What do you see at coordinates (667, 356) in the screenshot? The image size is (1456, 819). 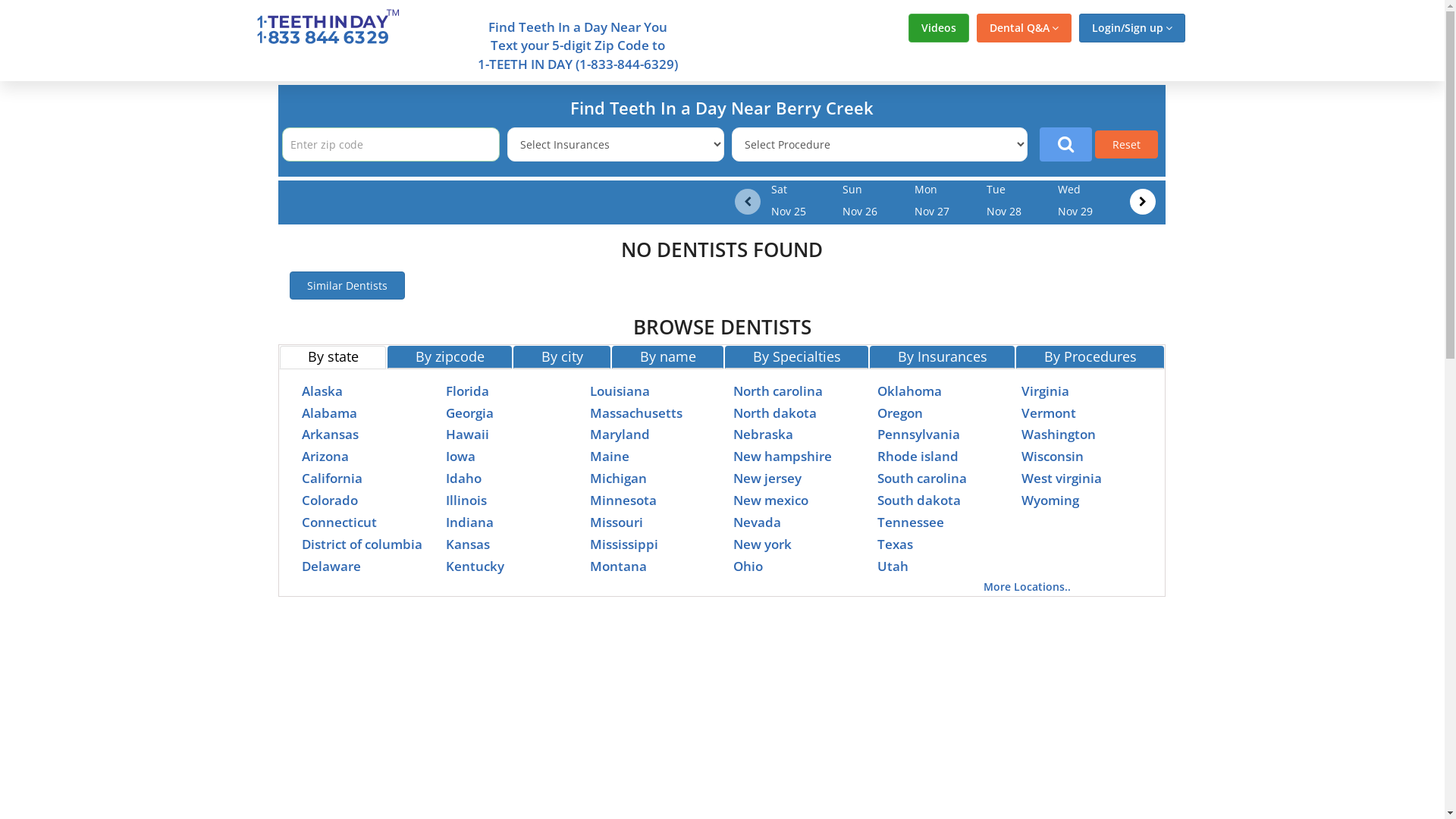 I see `'By name'` at bounding box center [667, 356].